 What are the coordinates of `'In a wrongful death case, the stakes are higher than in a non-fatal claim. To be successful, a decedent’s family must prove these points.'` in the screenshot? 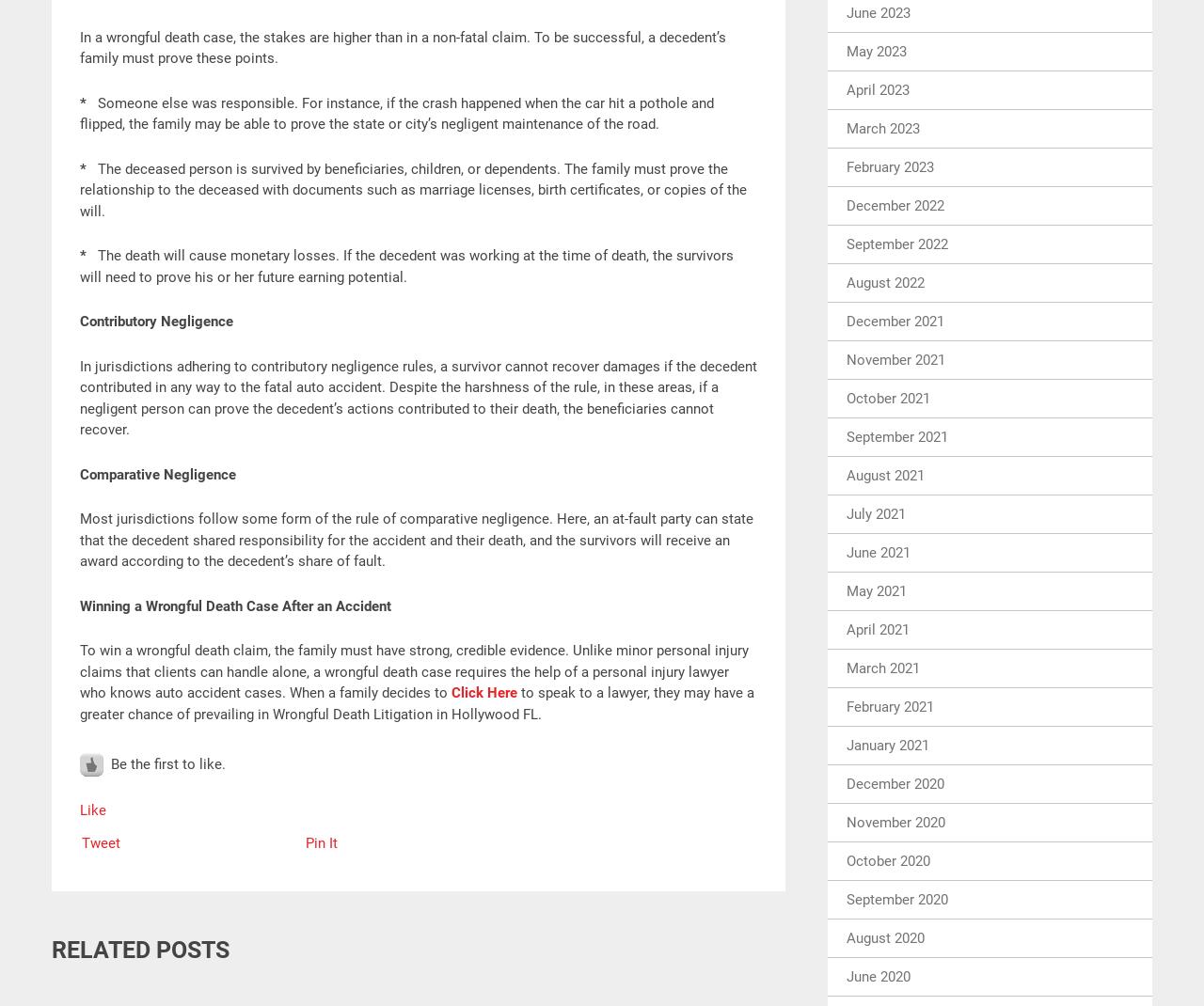 It's located at (402, 46).